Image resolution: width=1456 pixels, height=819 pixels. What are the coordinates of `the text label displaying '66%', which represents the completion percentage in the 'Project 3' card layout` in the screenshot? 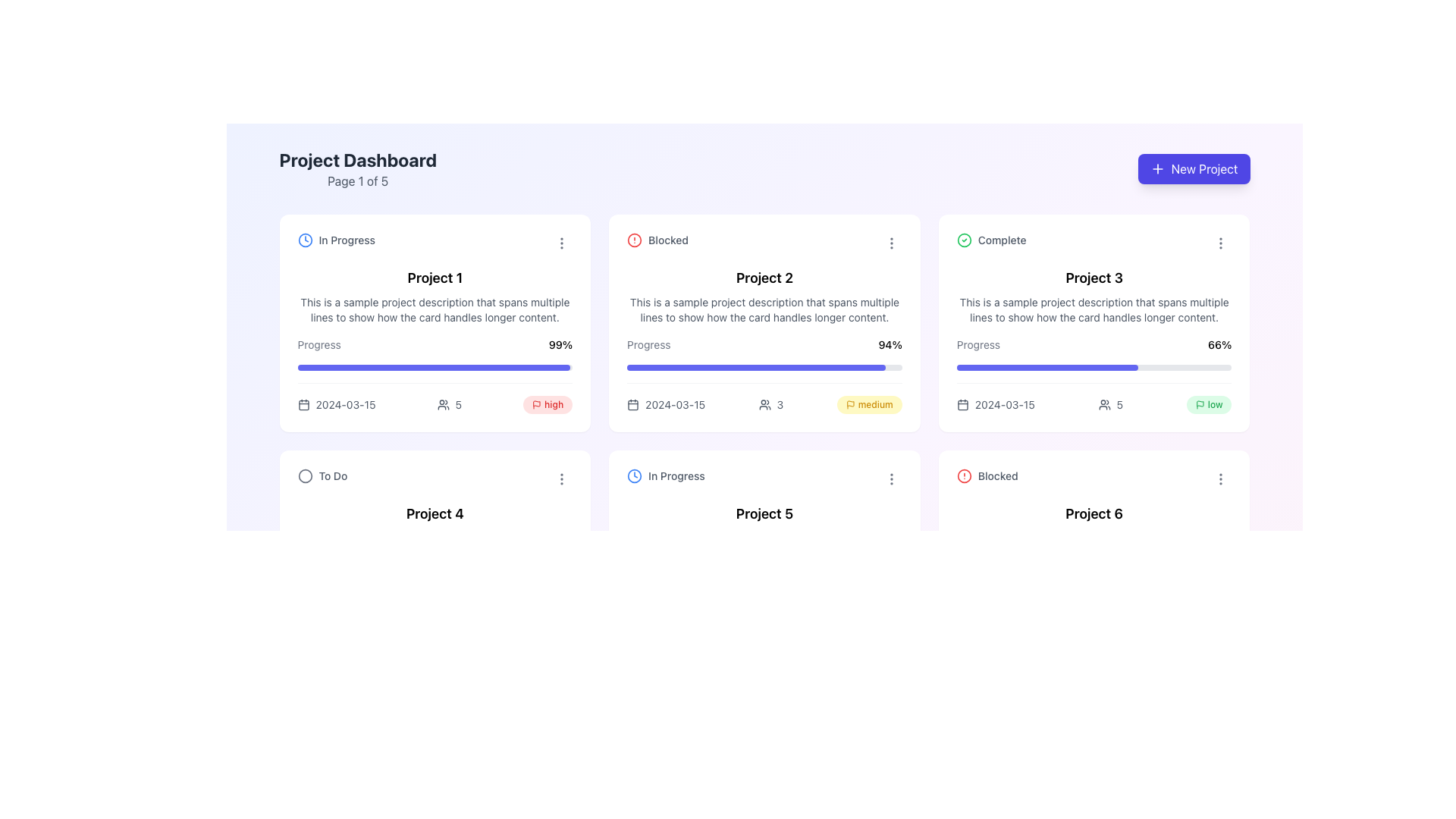 It's located at (1219, 345).